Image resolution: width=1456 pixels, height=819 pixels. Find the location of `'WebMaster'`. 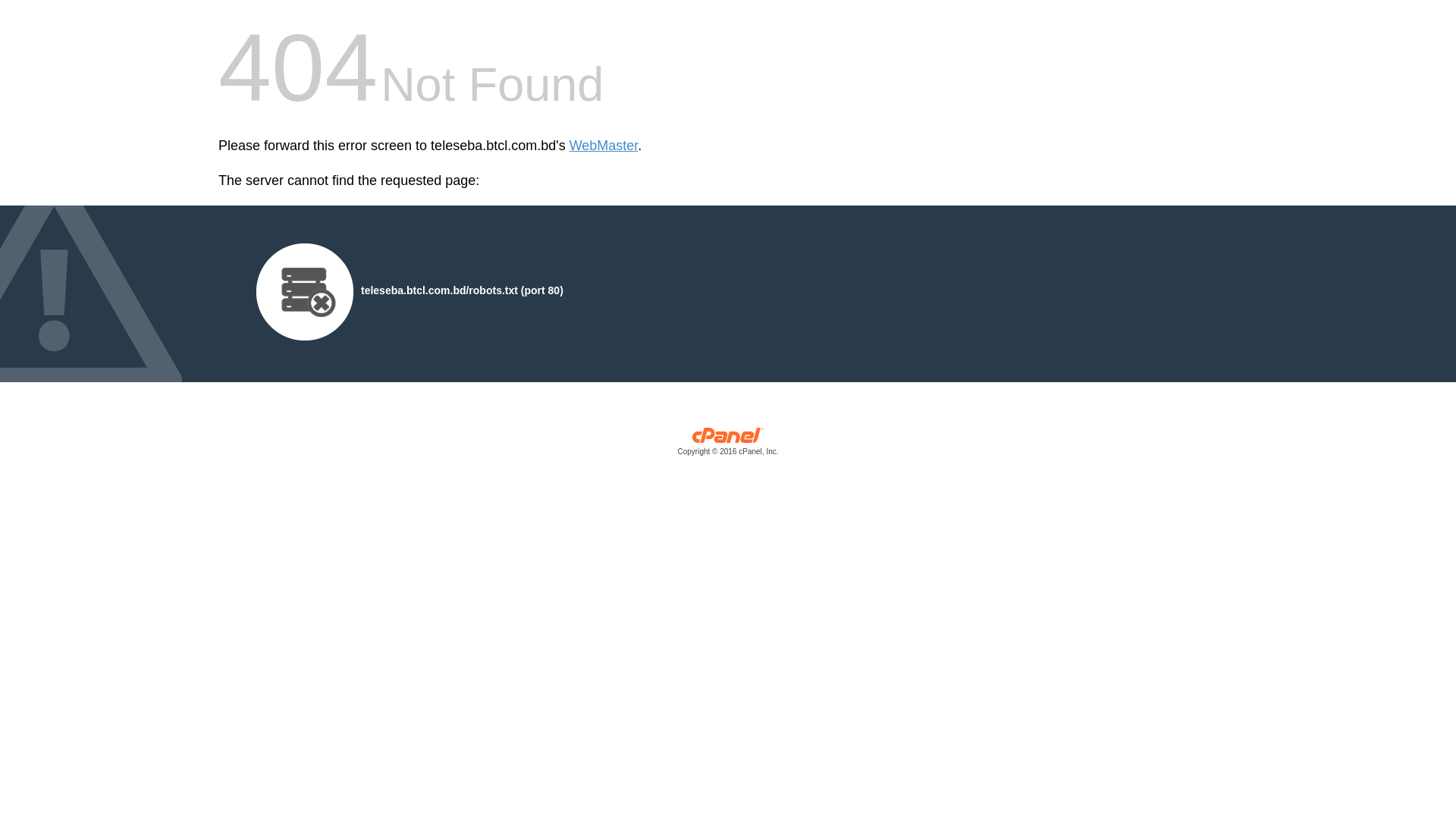

'WebMaster' is located at coordinates (603, 146).